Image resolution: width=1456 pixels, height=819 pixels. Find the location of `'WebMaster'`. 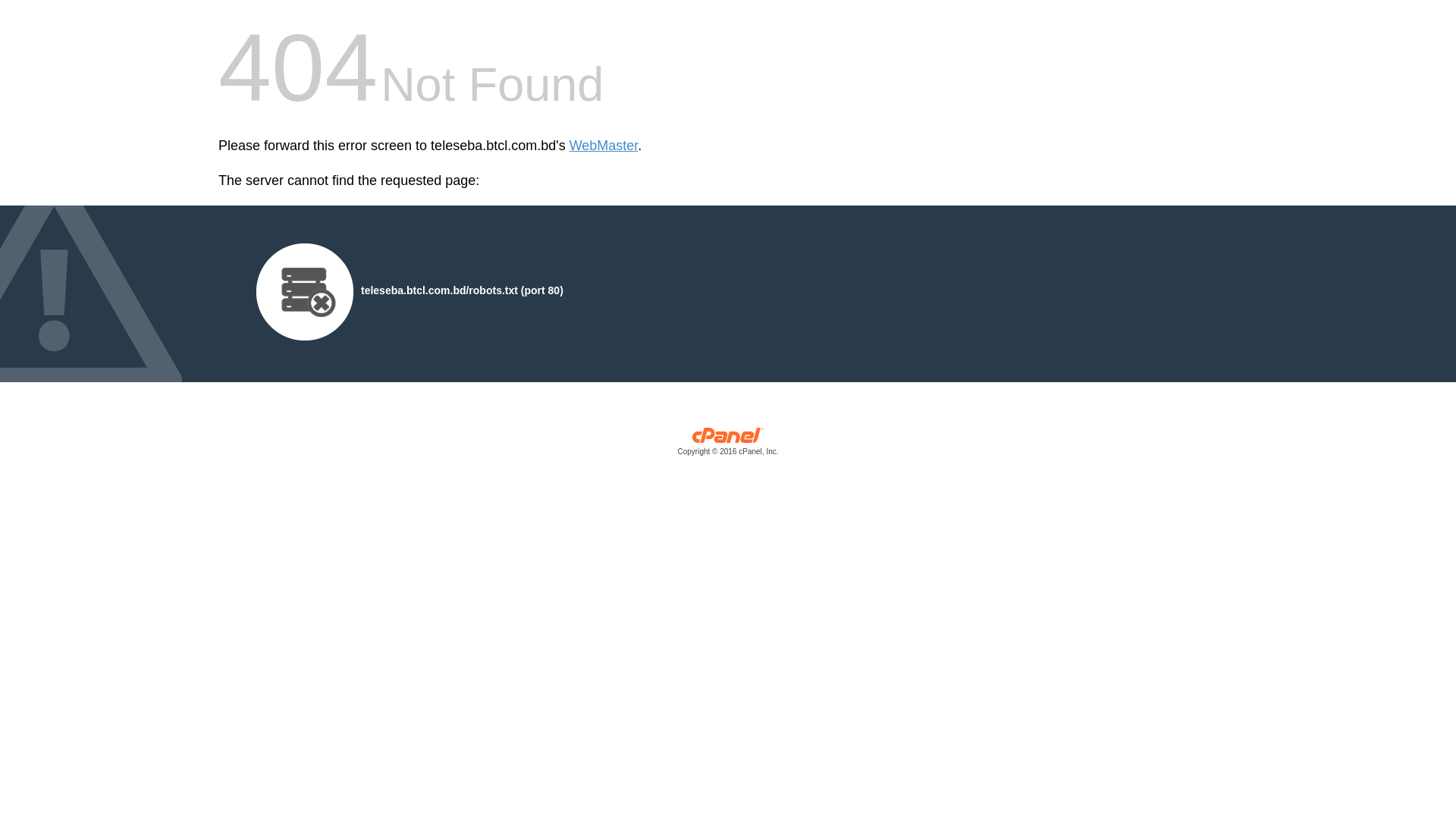

'WebMaster' is located at coordinates (603, 146).